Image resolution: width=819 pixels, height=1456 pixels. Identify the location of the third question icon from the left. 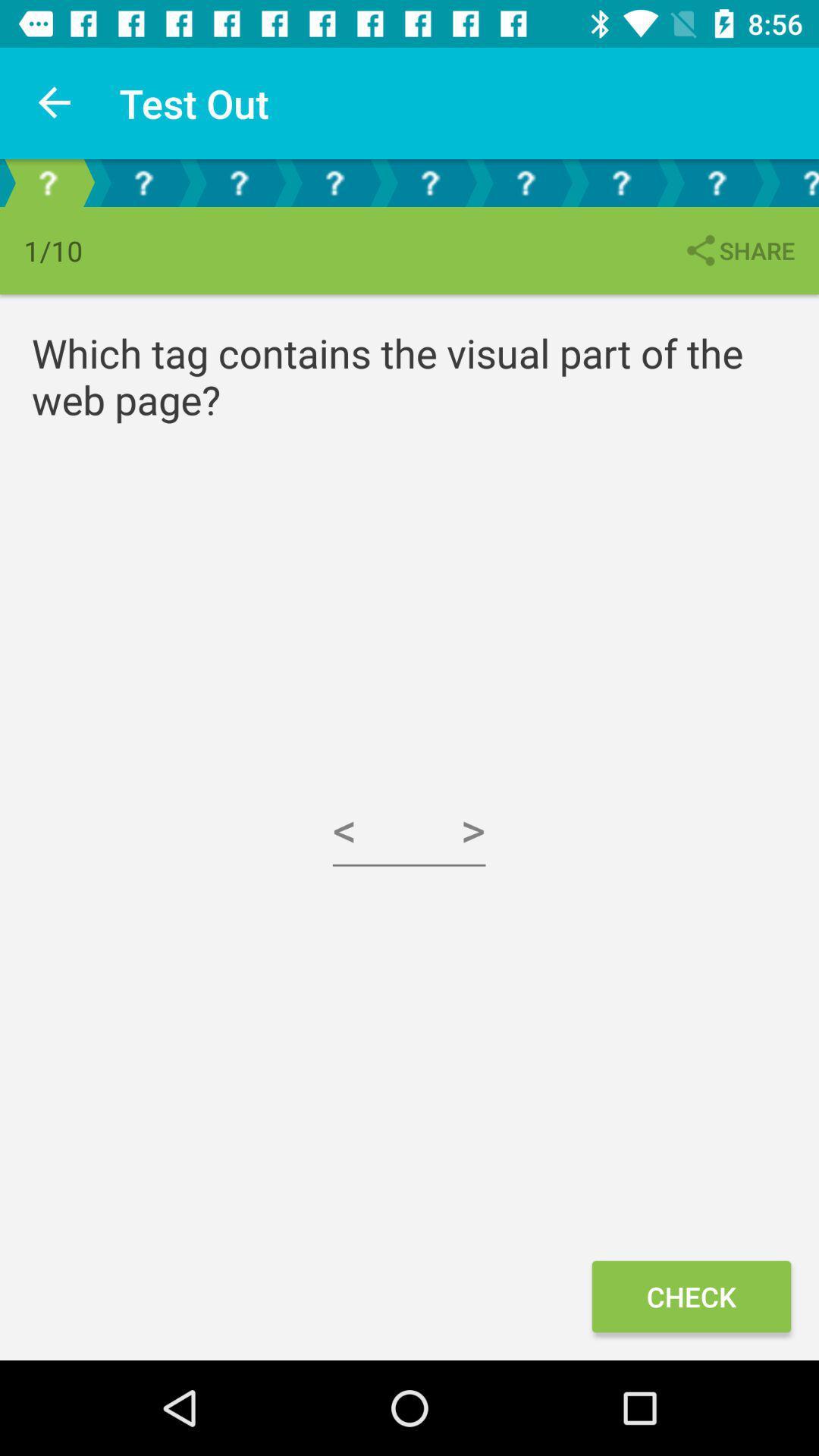
(239, 182).